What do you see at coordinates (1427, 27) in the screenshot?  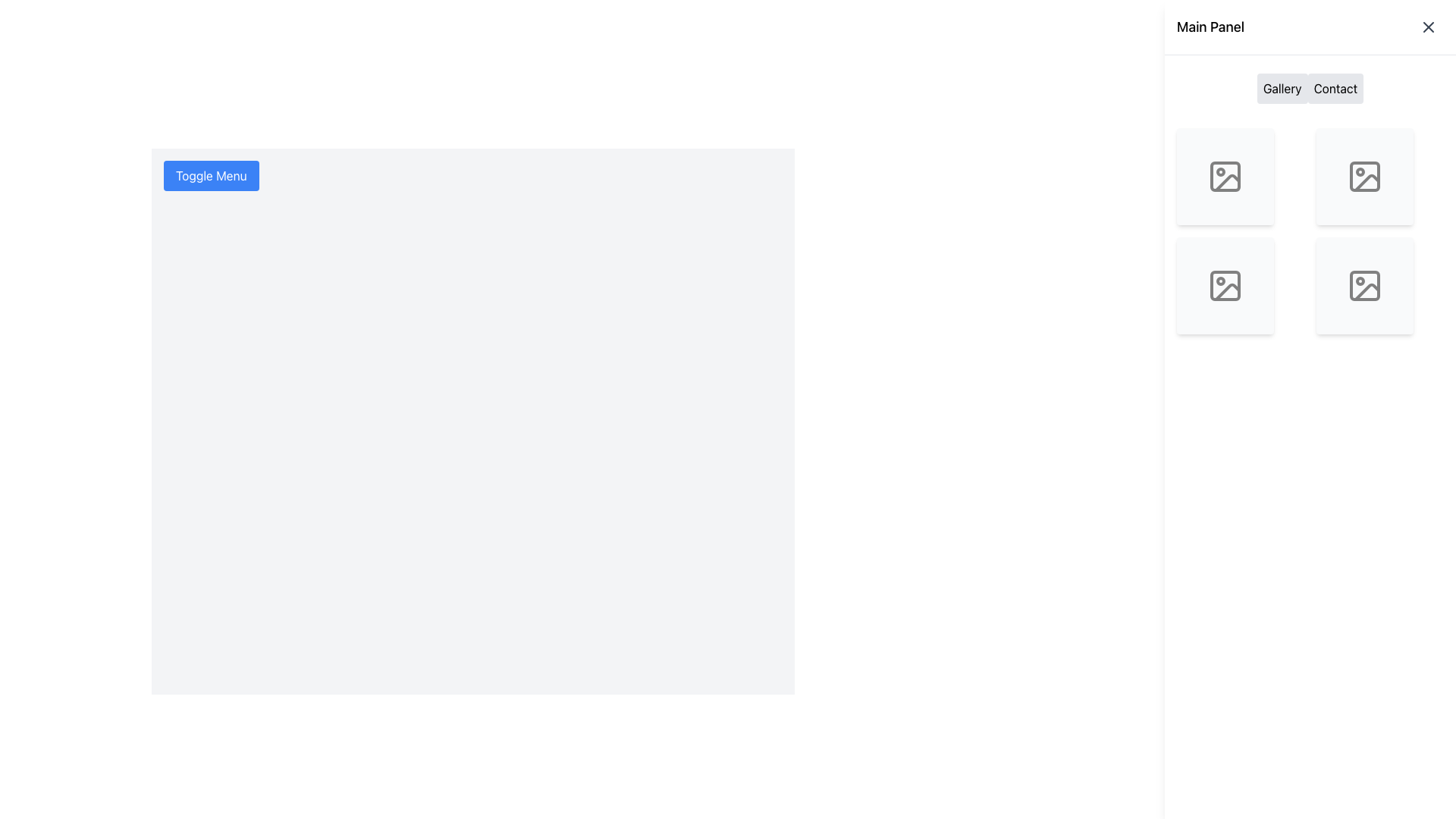 I see `the Close Icon, which is a small dark 'X' located at the top-right corner of the interface next to the 'Main Panel' title` at bounding box center [1427, 27].